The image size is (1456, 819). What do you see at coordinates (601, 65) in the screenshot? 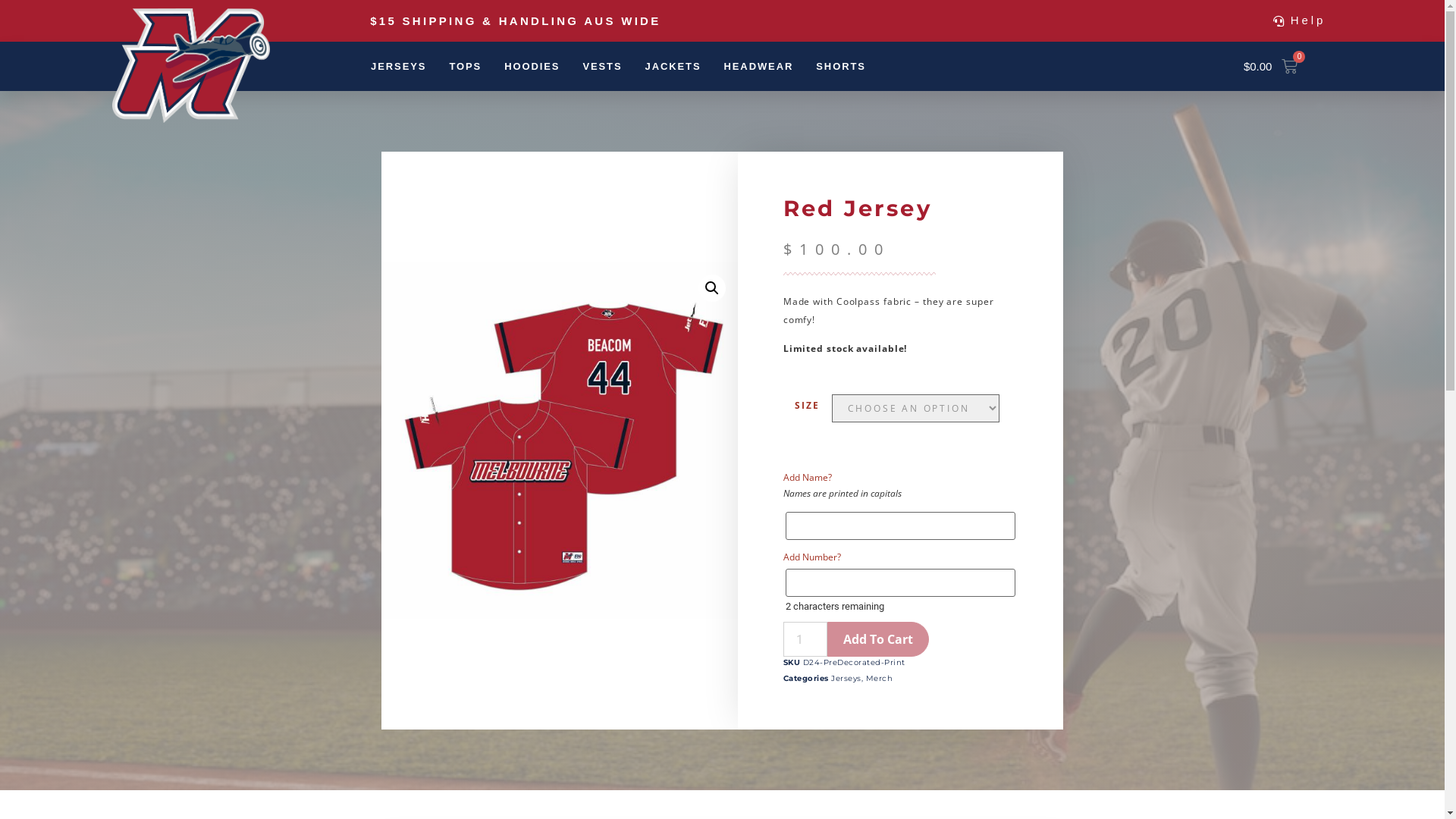
I see `'VESTS'` at bounding box center [601, 65].